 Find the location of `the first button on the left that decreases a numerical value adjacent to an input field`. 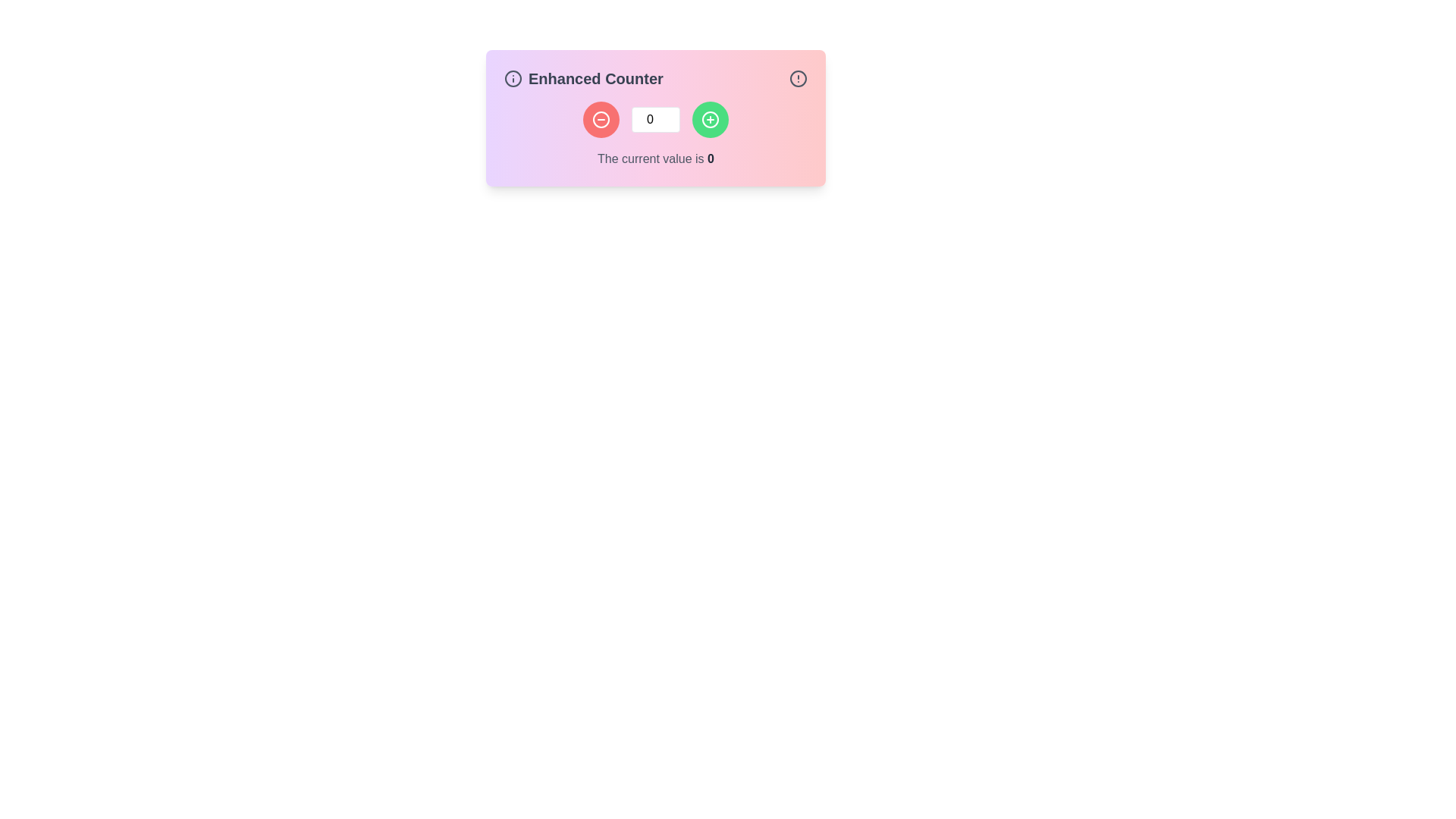

the first button on the left that decreases a numerical value adjacent to an input field is located at coordinates (600, 119).